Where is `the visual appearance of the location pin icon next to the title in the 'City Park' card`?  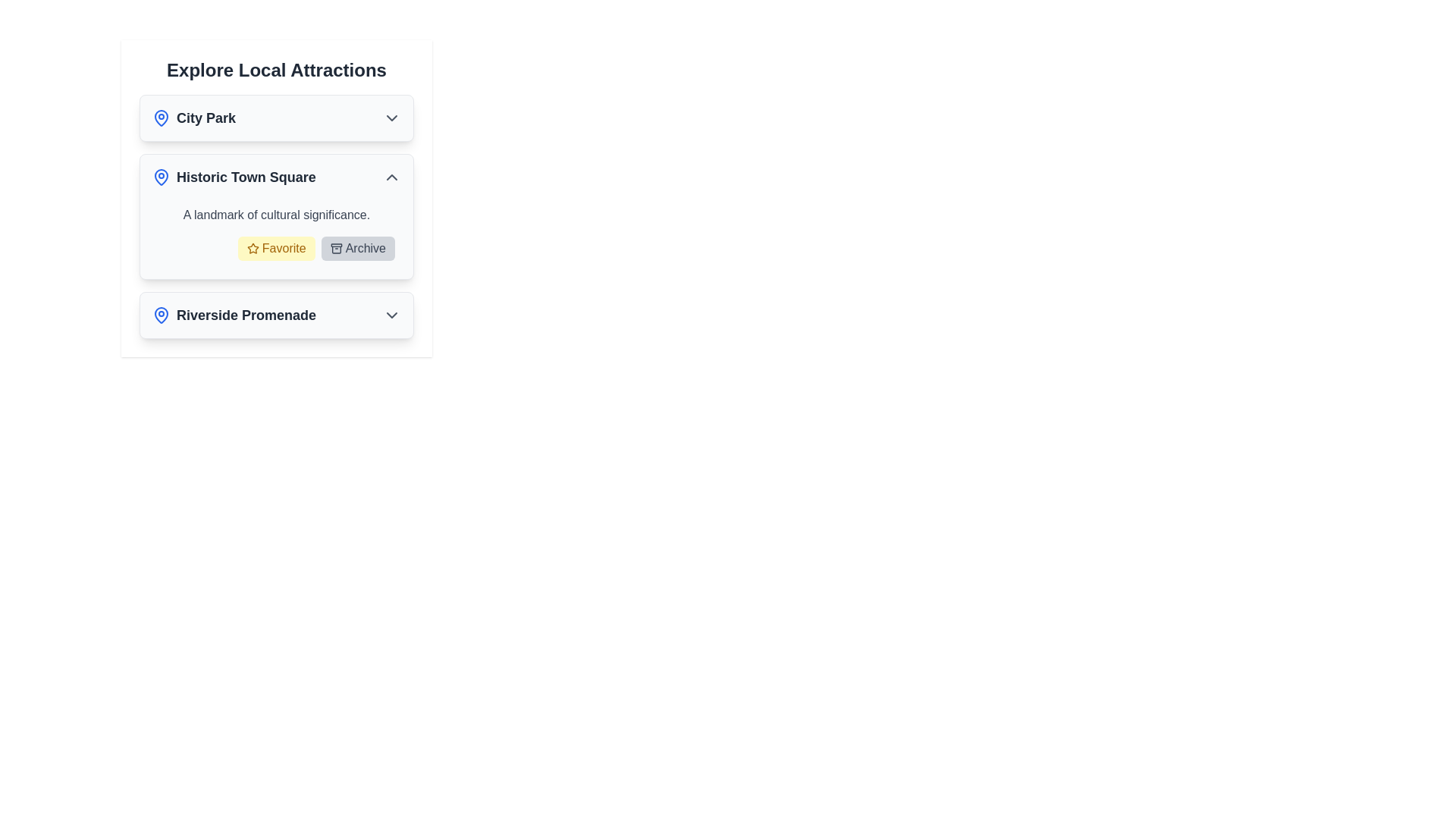
the visual appearance of the location pin icon next to the title in the 'City Park' card is located at coordinates (161, 314).